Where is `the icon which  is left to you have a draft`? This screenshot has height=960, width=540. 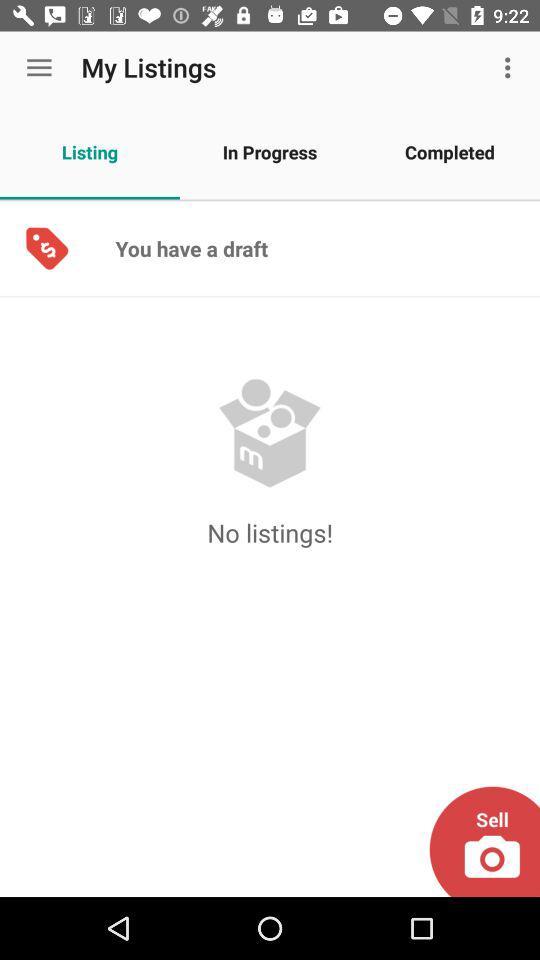
the icon which  is left to you have a draft is located at coordinates (46, 248).